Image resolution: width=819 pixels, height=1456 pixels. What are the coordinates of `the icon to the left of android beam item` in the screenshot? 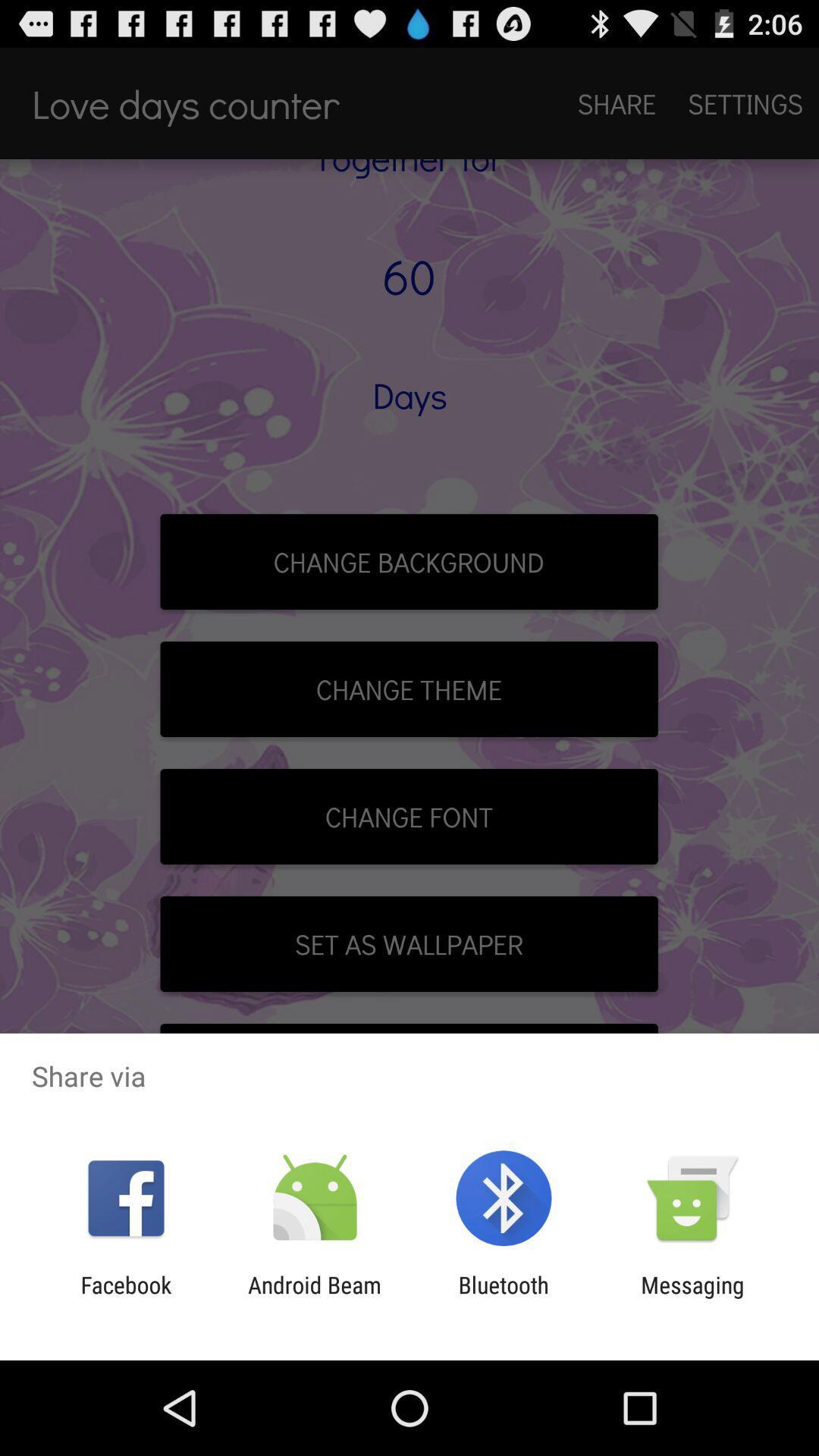 It's located at (125, 1298).